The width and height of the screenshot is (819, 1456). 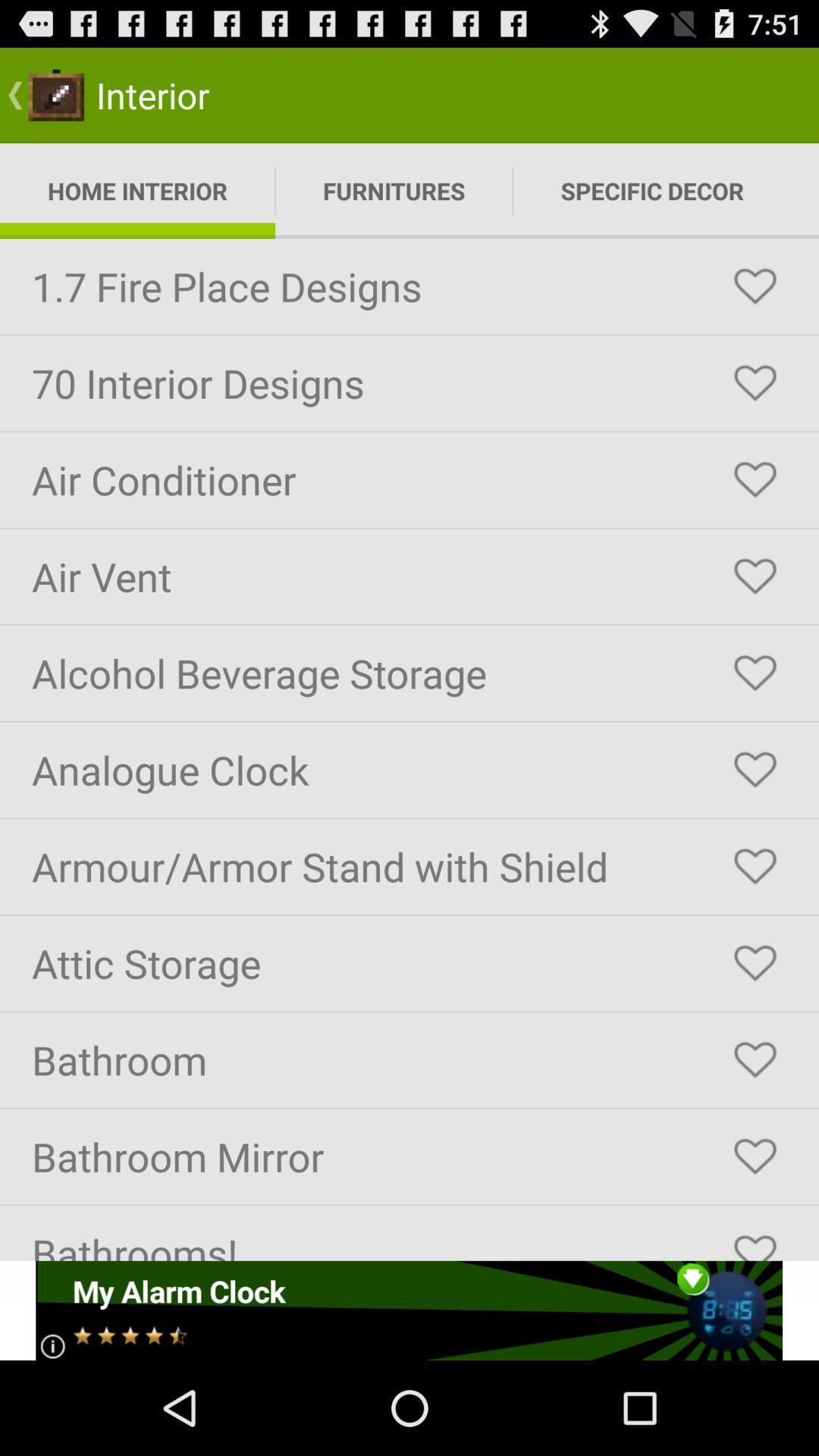 I want to click on to favorite, so click(x=755, y=1156).